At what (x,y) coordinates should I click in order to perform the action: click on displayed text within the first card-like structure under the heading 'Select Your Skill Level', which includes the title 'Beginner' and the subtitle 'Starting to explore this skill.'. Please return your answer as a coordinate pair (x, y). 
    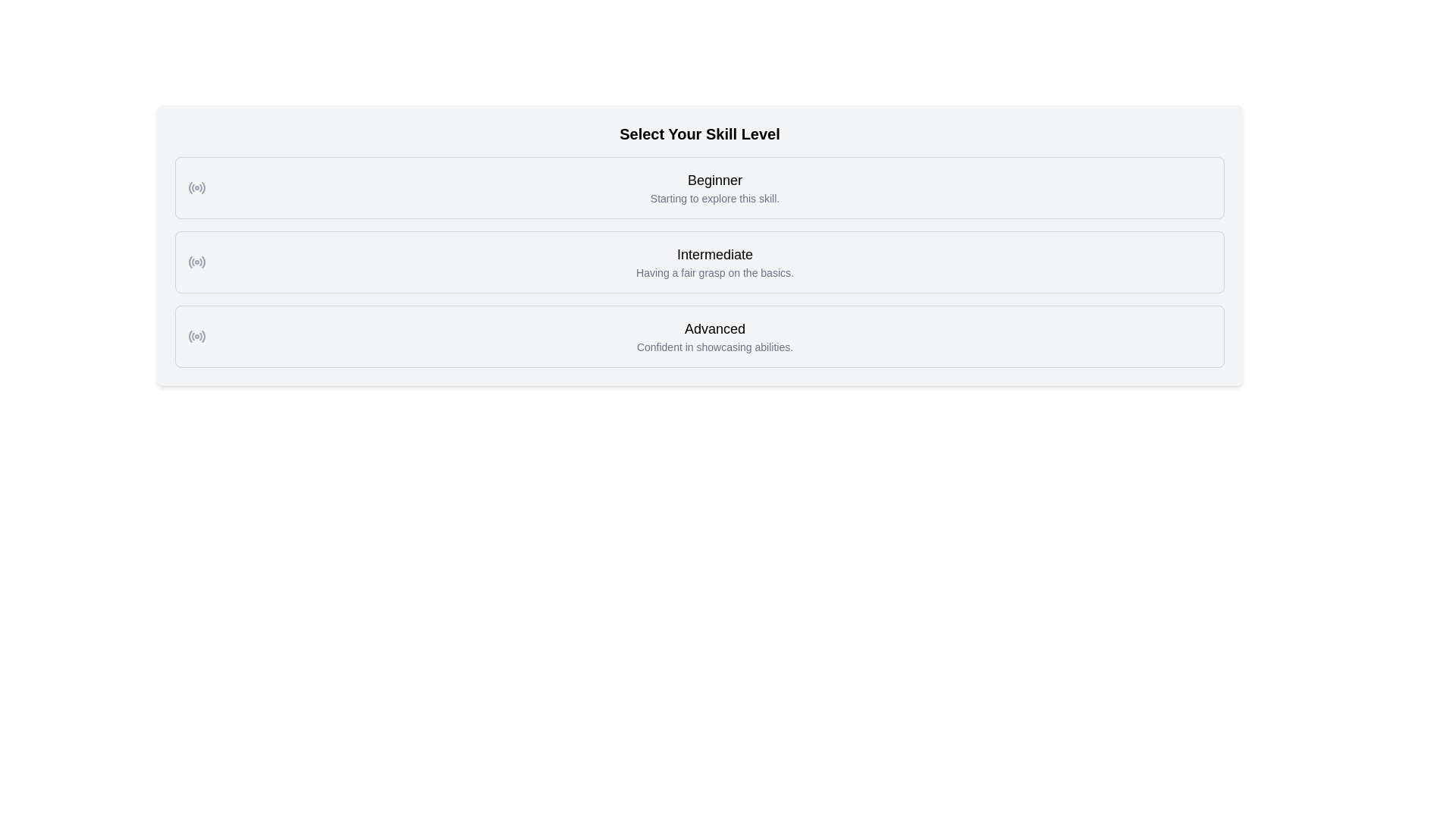
    Looking at the image, I should click on (714, 187).